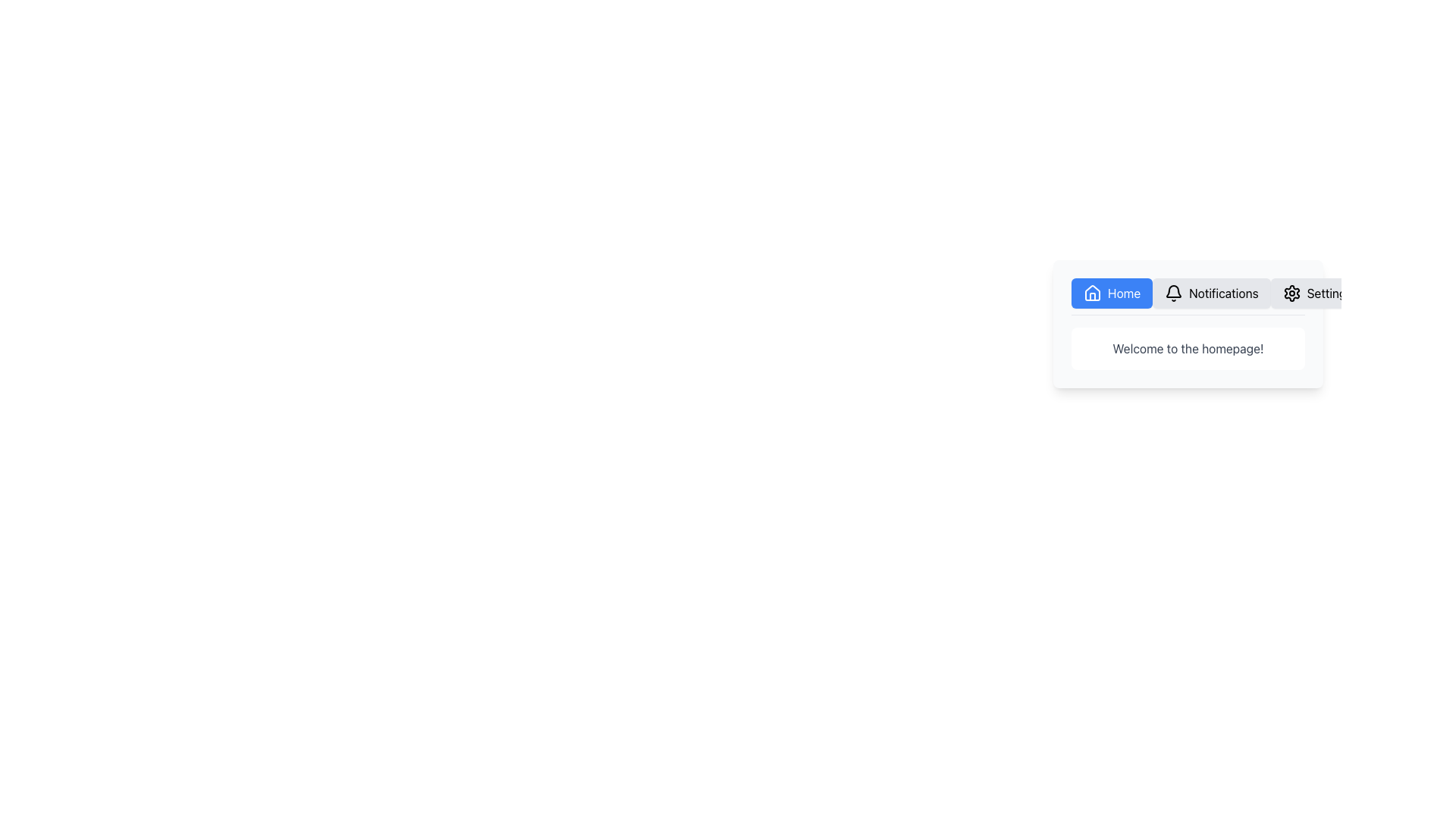 The height and width of the screenshot is (819, 1456). Describe the element at coordinates (1223, 293) in the screenshot. I see `the Text Label indicating notifications, which is positioned in the navigation bar to the right of the bell icon` at that location.